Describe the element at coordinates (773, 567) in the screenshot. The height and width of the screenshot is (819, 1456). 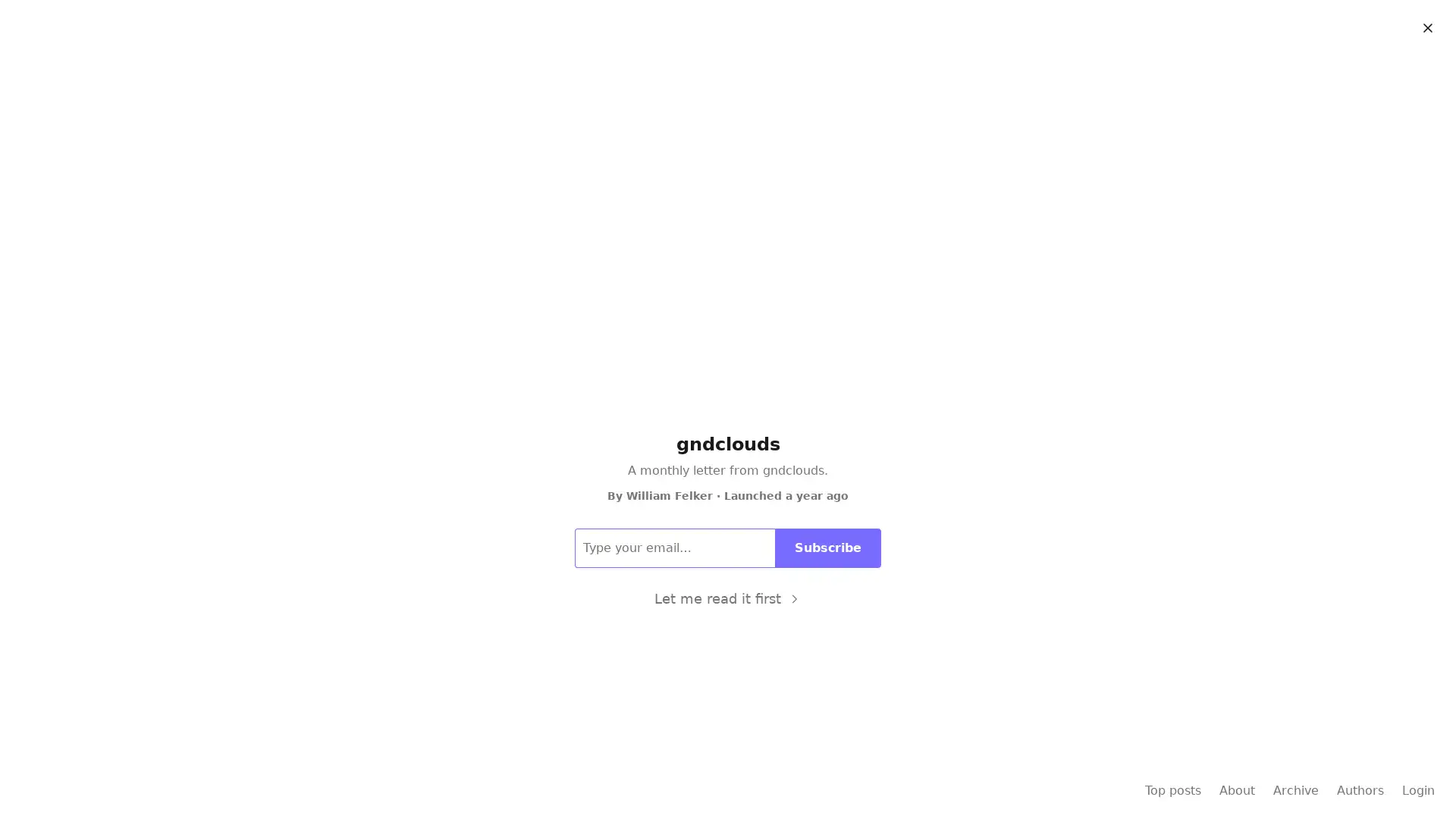
I see `1` at that location.